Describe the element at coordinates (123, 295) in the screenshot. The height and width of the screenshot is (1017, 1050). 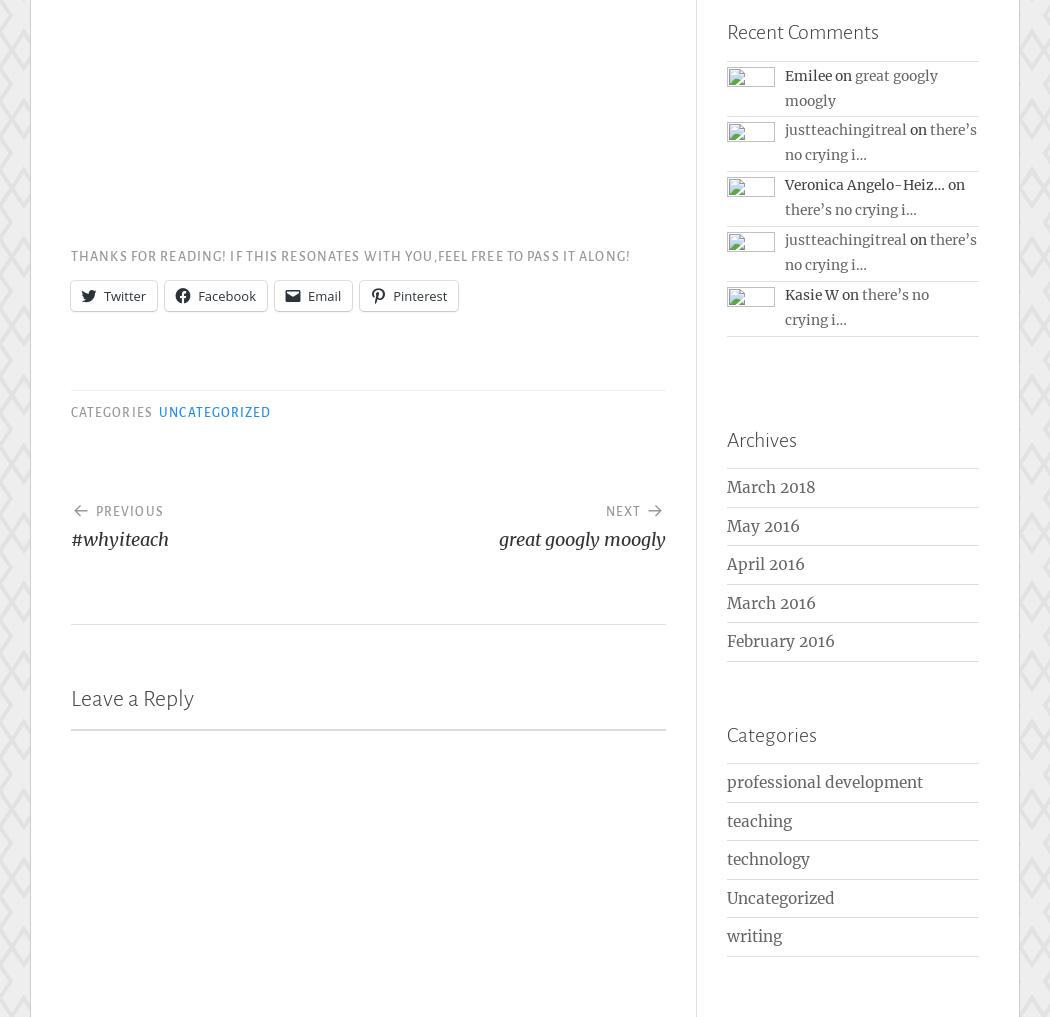
I see `'Twitter'` at that location.